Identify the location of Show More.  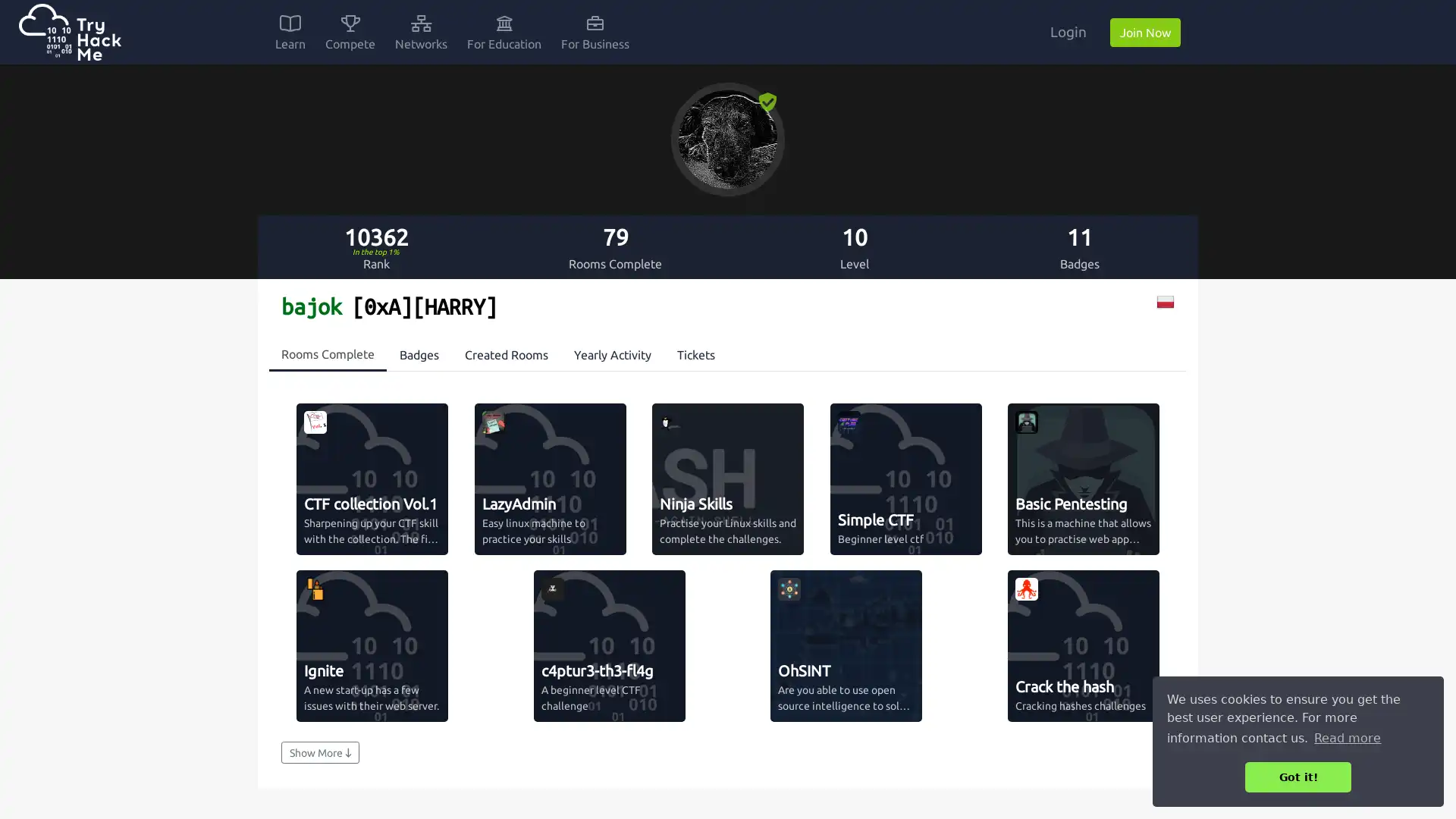
(319, 752).